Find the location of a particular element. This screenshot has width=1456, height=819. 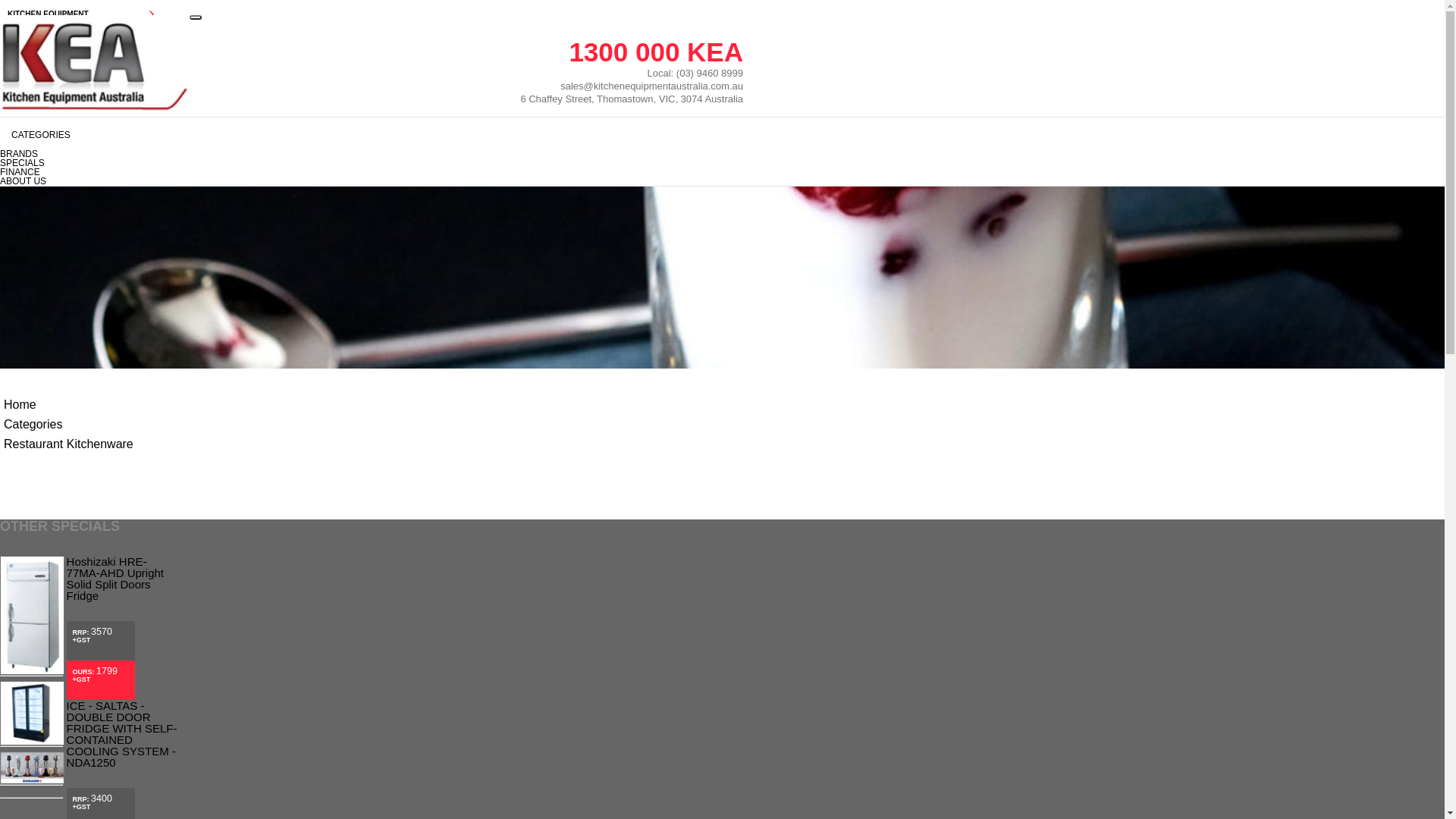

'SPECIALS' is located at coordinates (83, 604).